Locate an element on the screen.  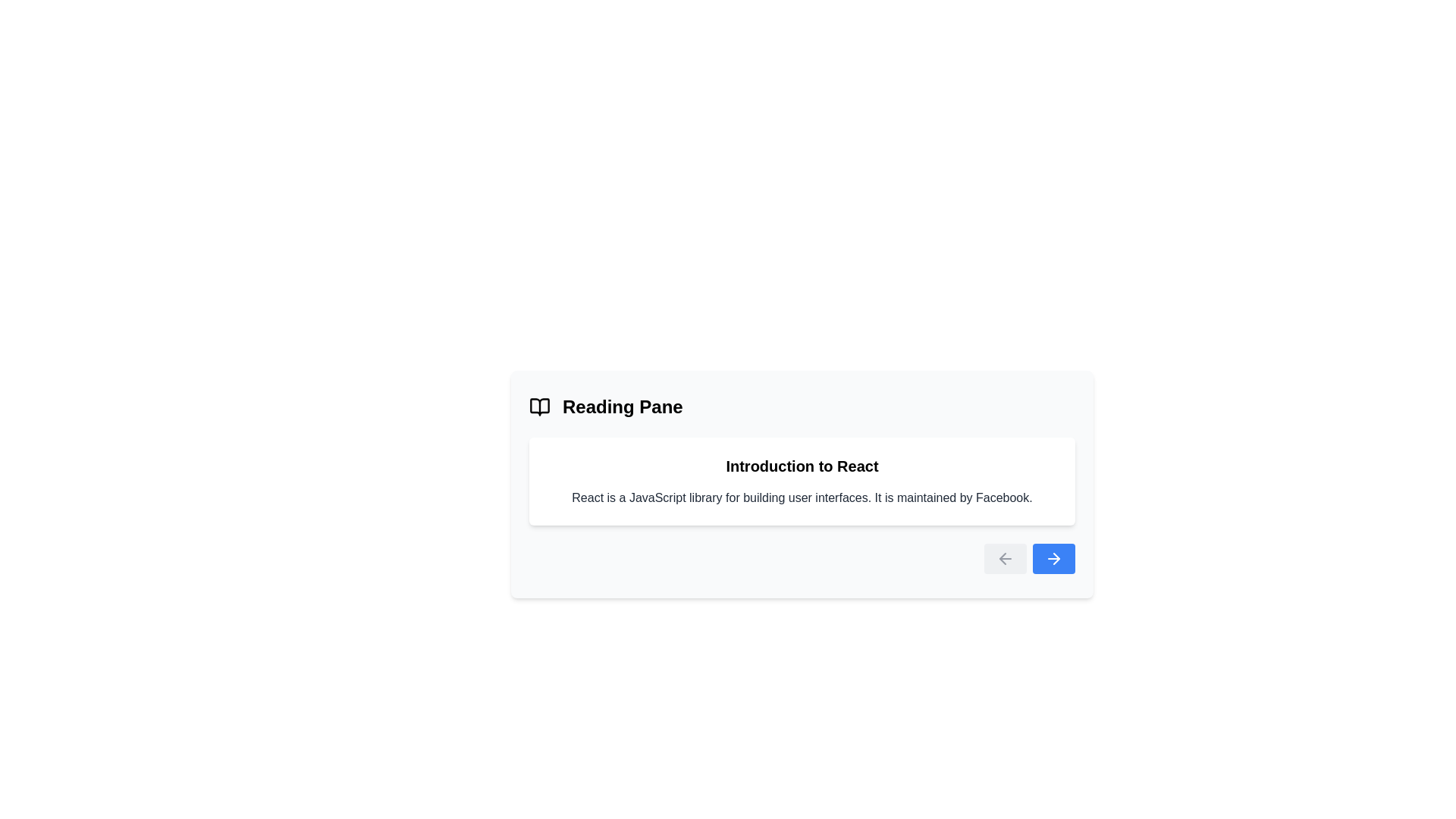
the reading icon located at the top-left section of the interface, adjacent to the title 'Reading Pane' is located at coordinates (539, 406).